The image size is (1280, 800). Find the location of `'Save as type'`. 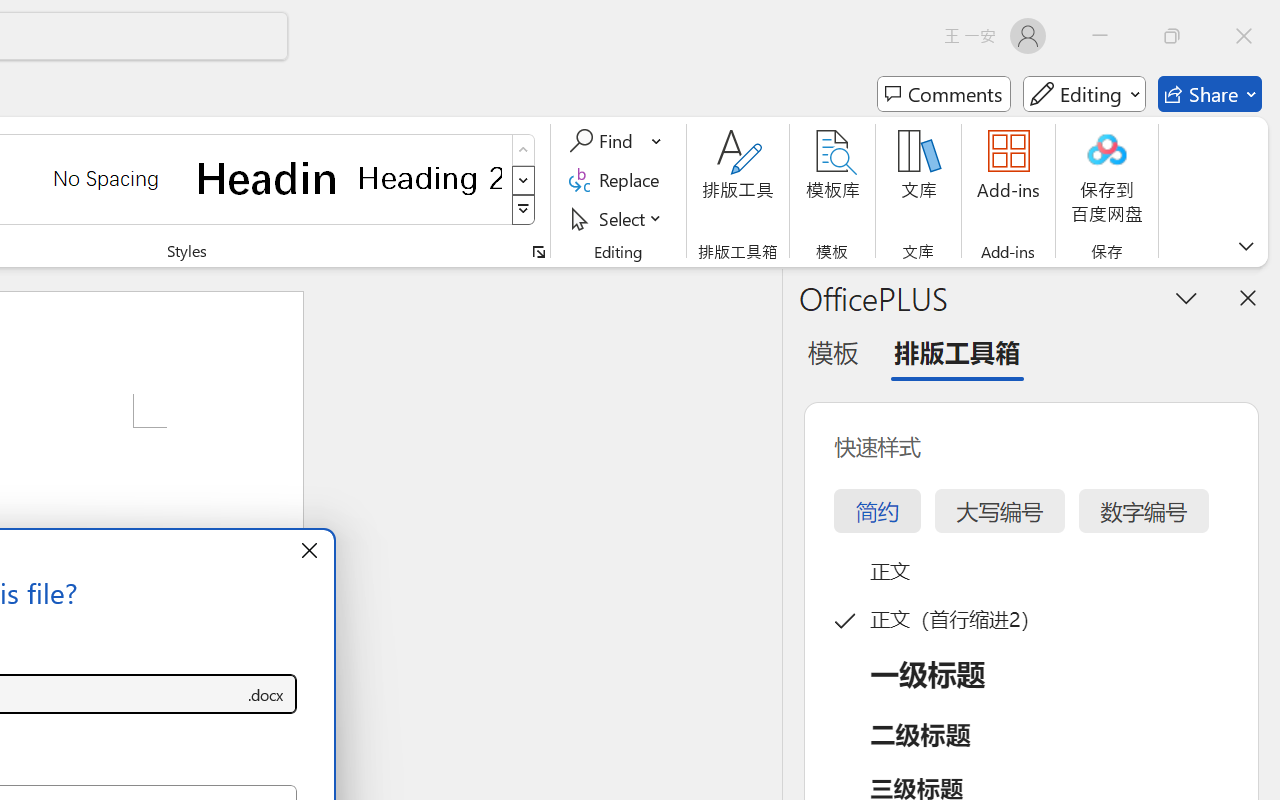

'Save as type' is located at coordinates (264, 694).